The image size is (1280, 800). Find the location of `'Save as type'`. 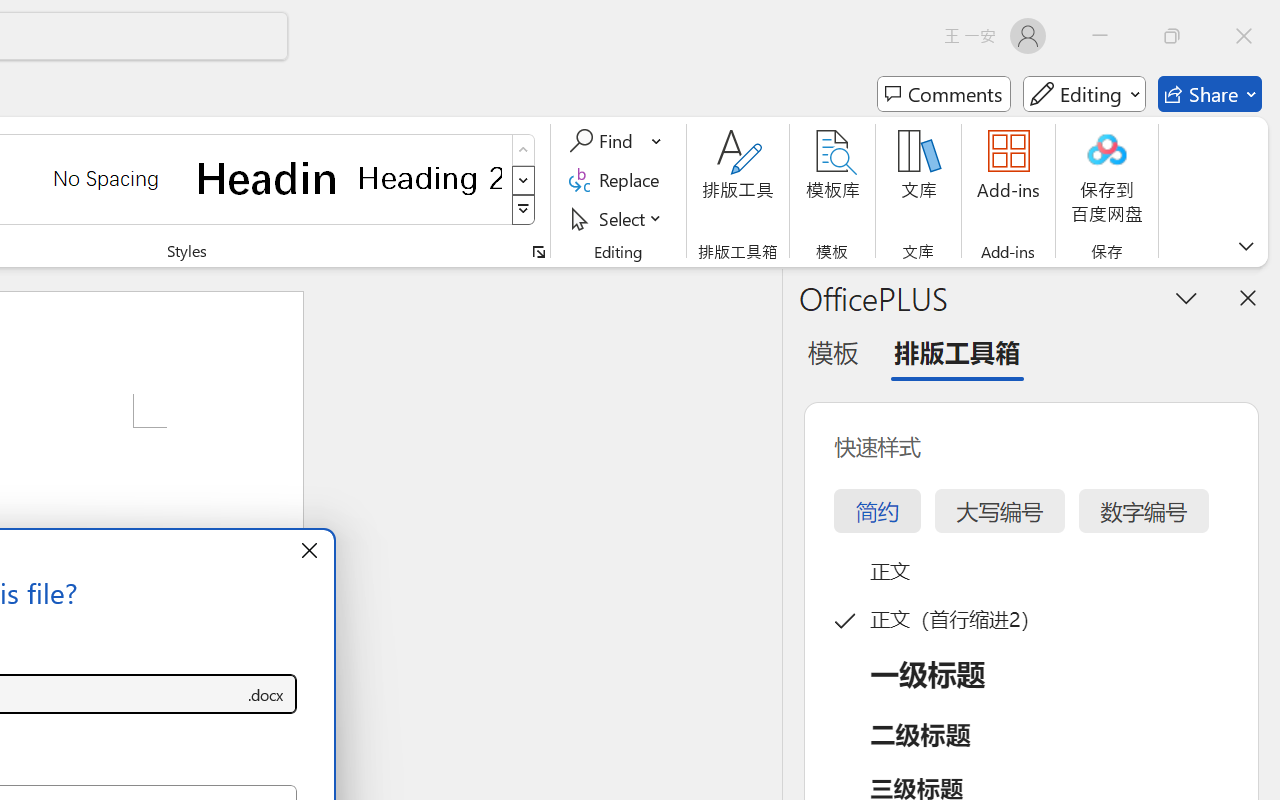

'Save as type' is located at coordinates (264, 694).